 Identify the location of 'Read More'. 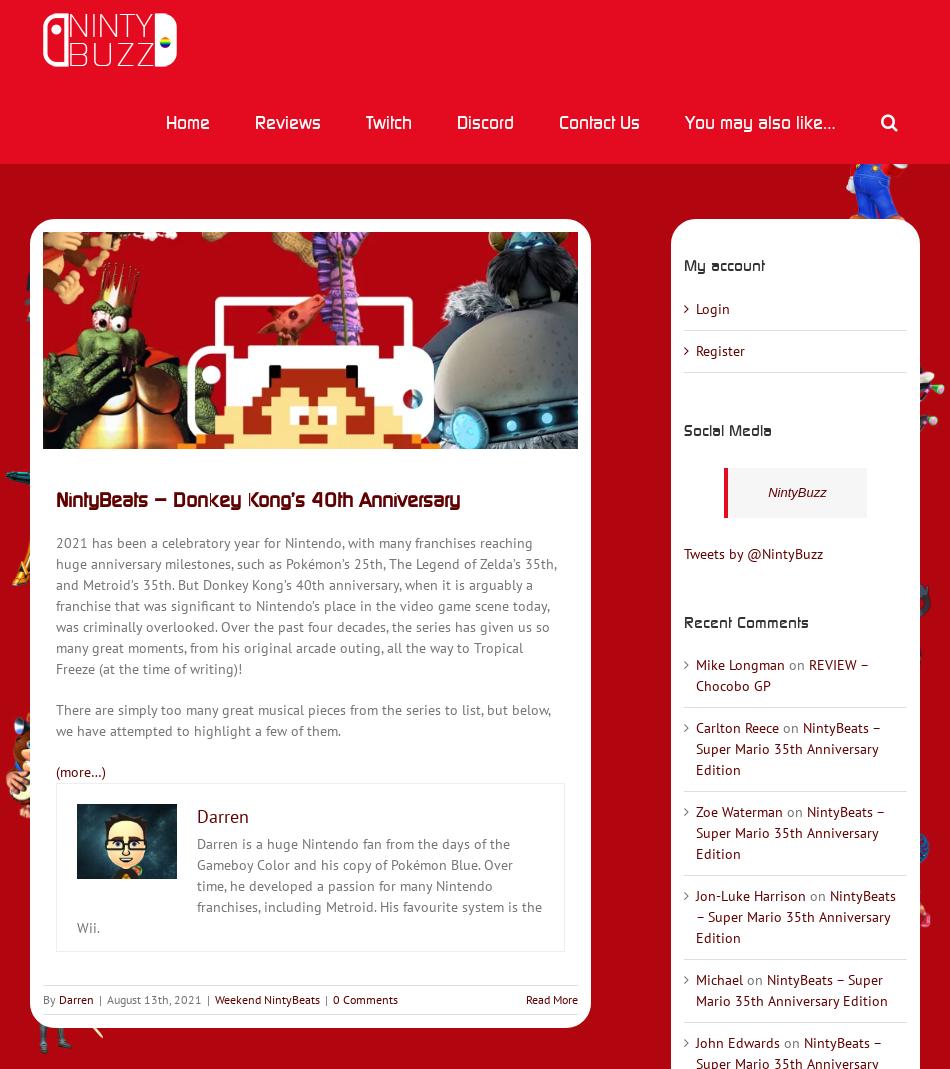
(551, 999).